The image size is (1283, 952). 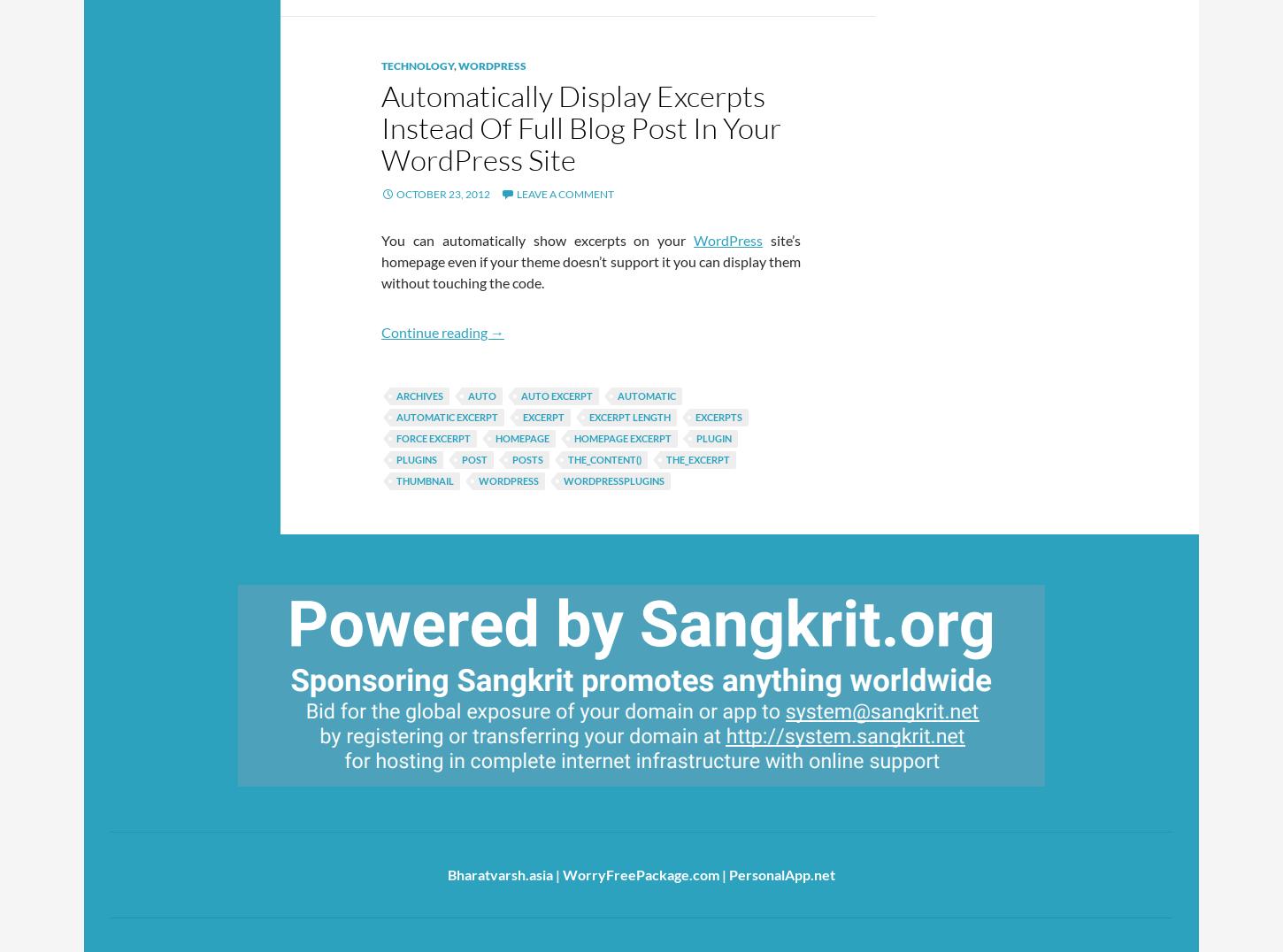 What do you see at coordinates (442, 193) in the screenshot?
I see `'October 23, 2012'` at bounding box center [442, 193].